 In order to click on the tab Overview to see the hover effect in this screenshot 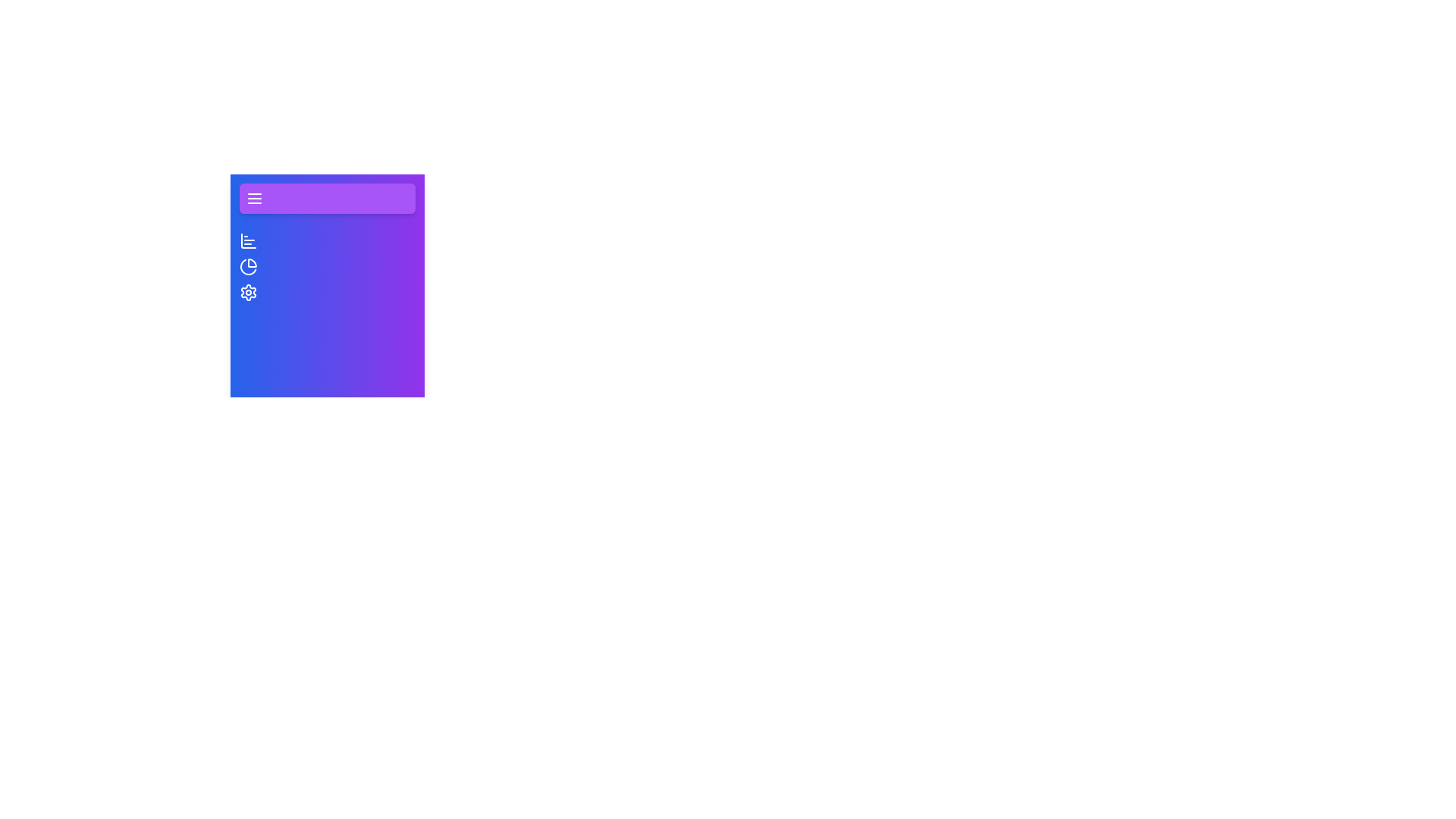, I will do `click(248, 240)`.